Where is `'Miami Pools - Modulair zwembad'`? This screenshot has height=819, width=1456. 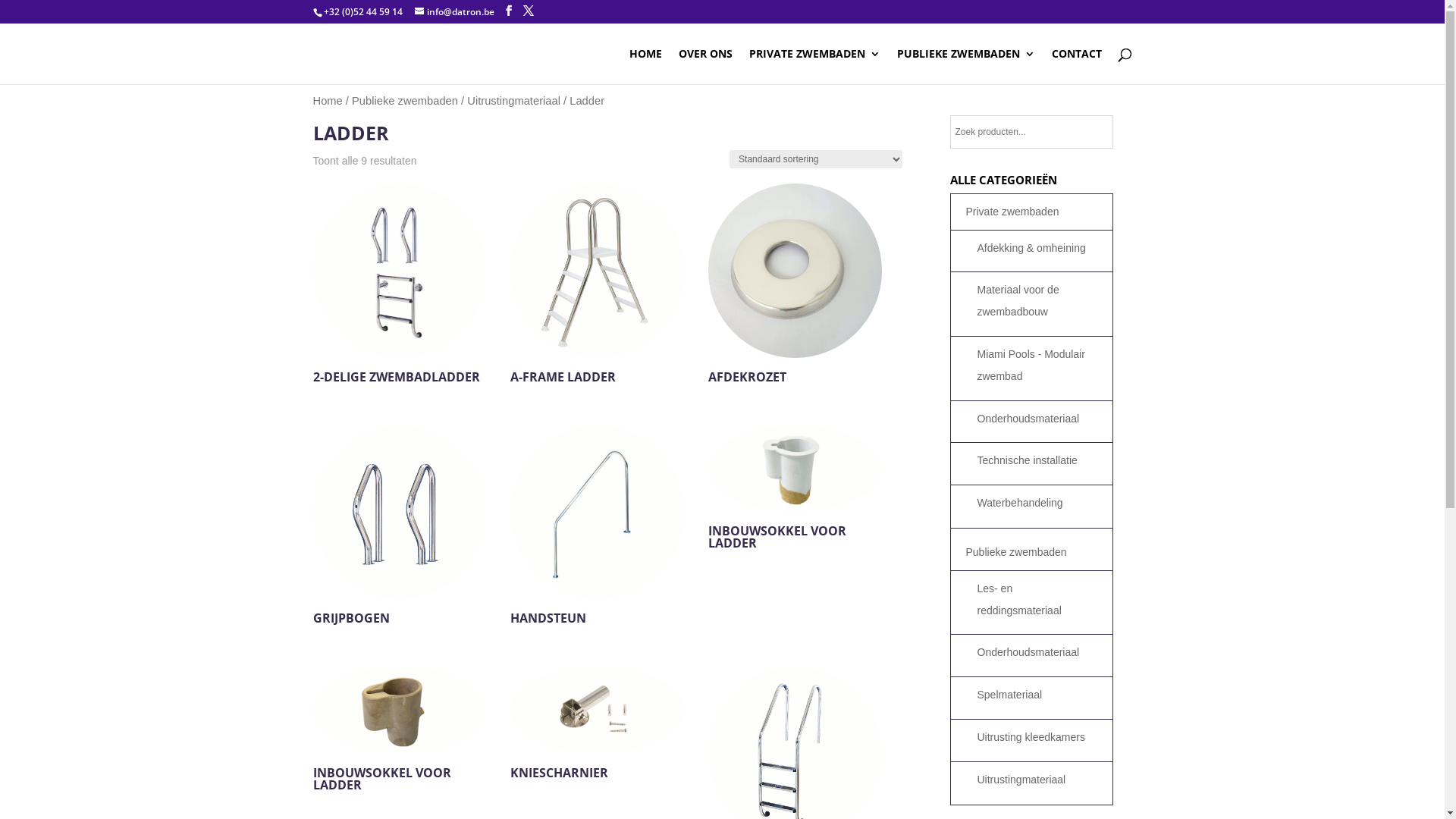
'Miami Pools - Modulair zwembad' is located at coordinates (1036, 366).